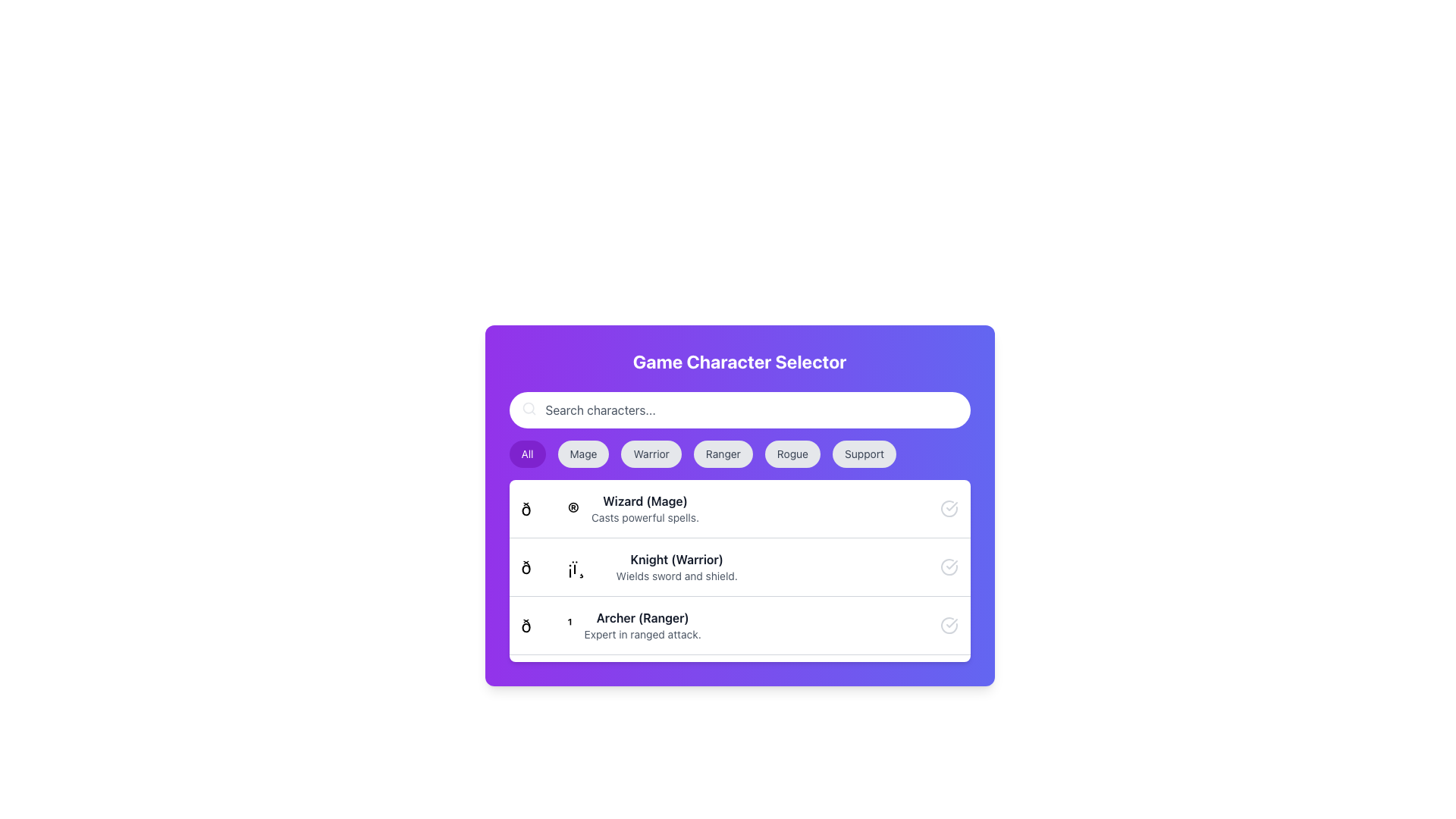  Describe the element at coordinates (948, 509) in the screenshot. I see `the selection icon for the 'Wizard (Mage)' character located at the right end of its row` at that location.